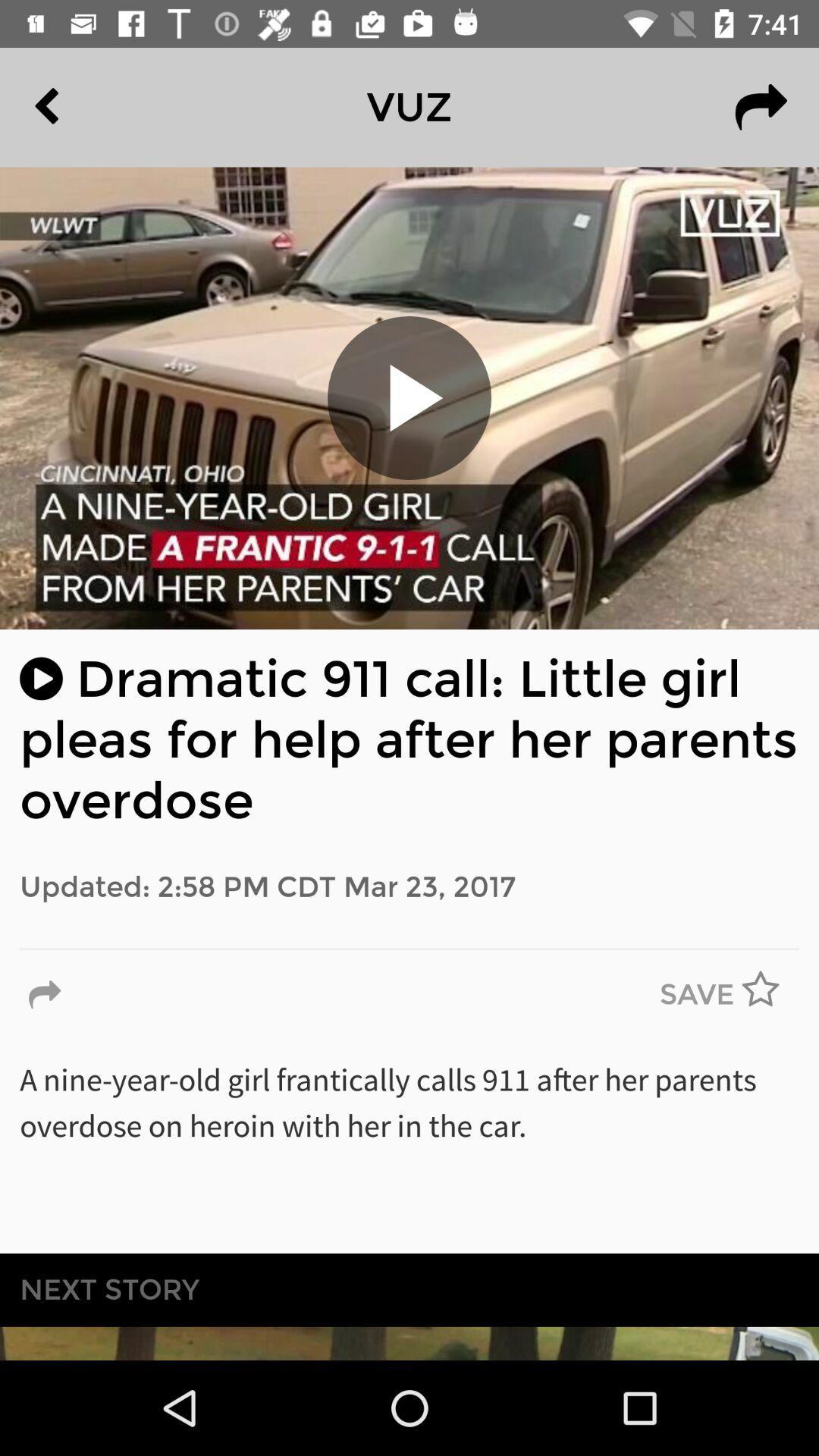  Describe the element at coordinates (81, 106) in the screenshot. I see `item next to vuz icon` at that location.